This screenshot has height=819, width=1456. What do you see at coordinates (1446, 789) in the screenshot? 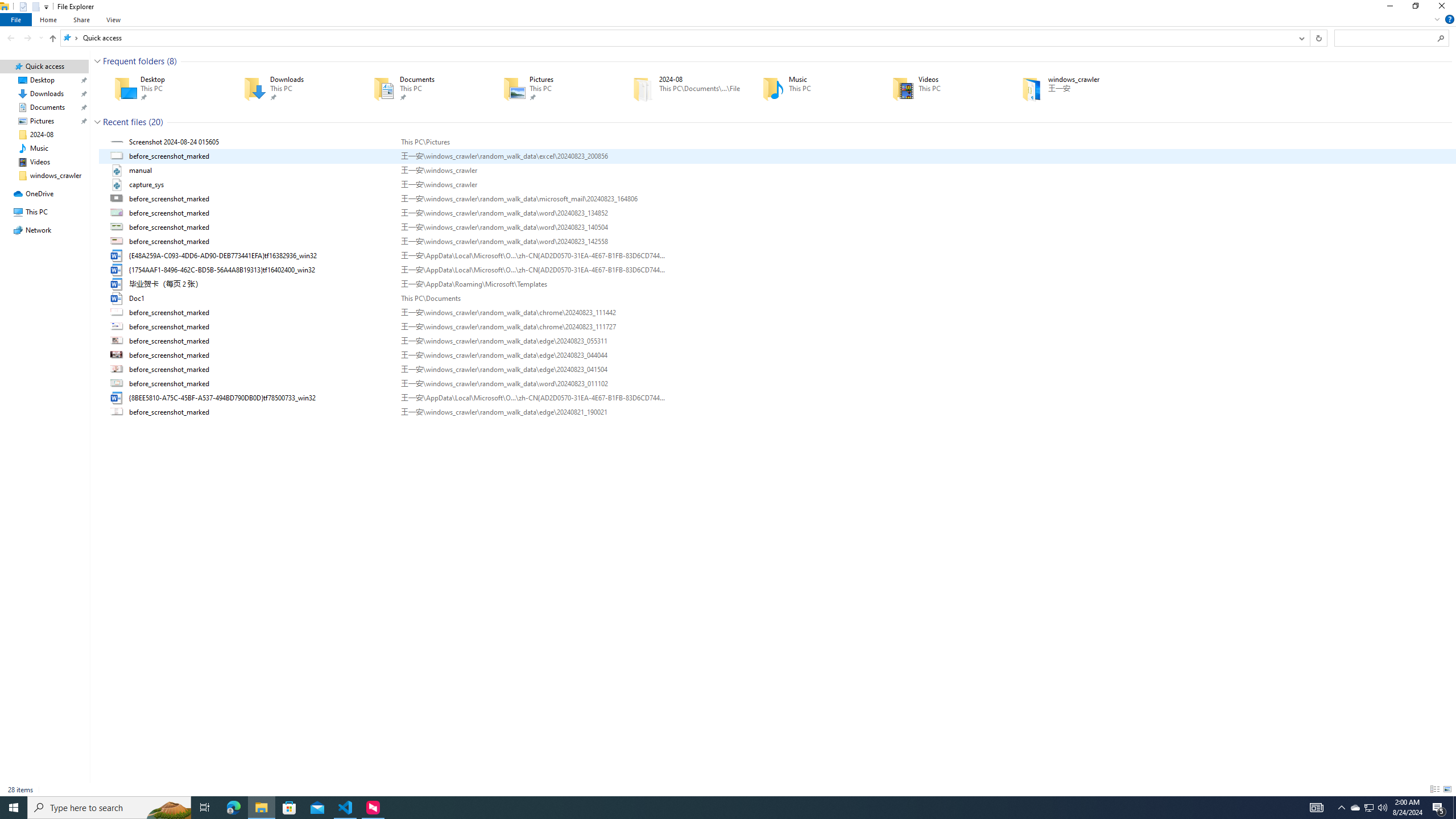
I see `'Large Icons'` at bounding box center [1446, 789].